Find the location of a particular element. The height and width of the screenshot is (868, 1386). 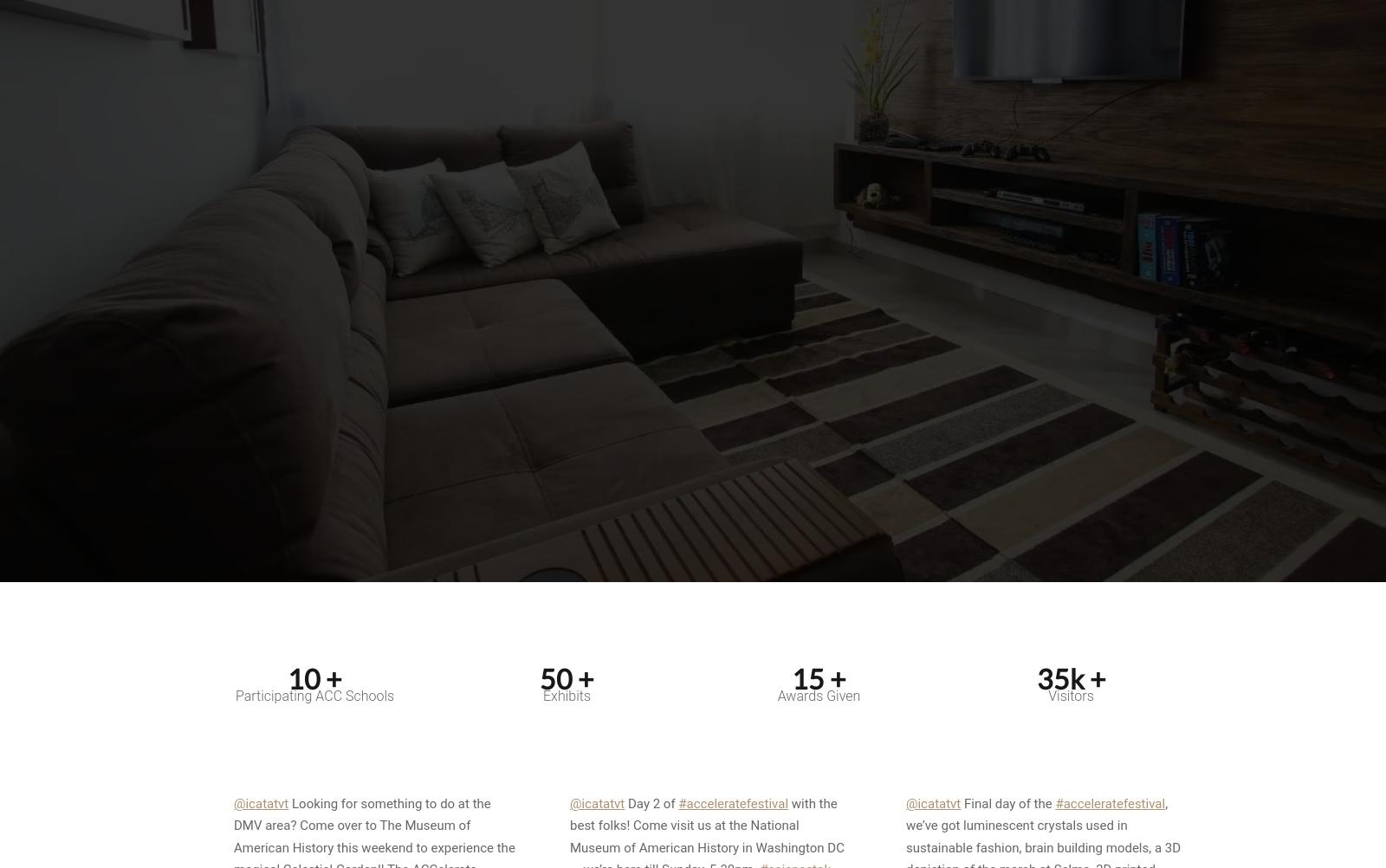

'Participating ACC Schools' is located at coordinates (314, 694).